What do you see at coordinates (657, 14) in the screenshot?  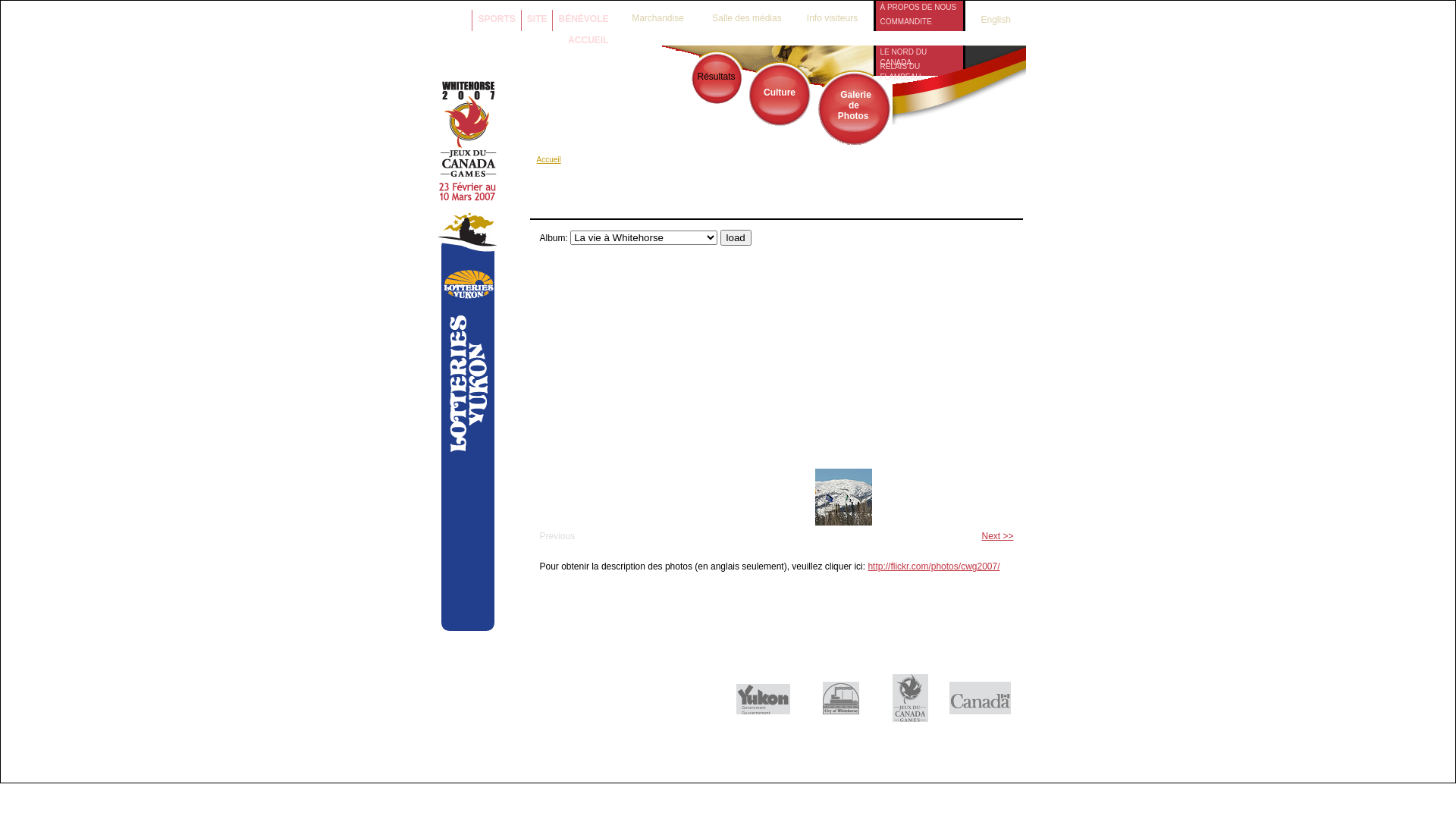 I see `'Marchandise'` at bounding box center [657, 14].